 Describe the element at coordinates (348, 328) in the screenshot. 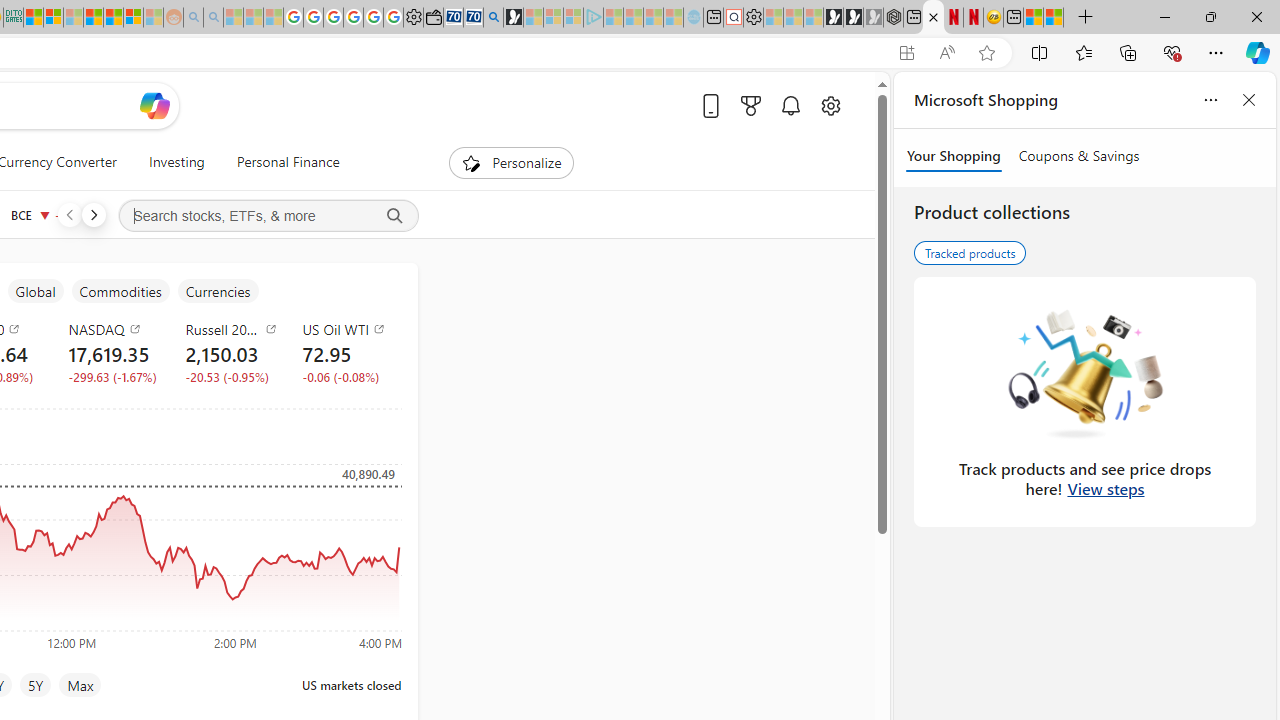

I see `'US Oil WTI'` at that location.